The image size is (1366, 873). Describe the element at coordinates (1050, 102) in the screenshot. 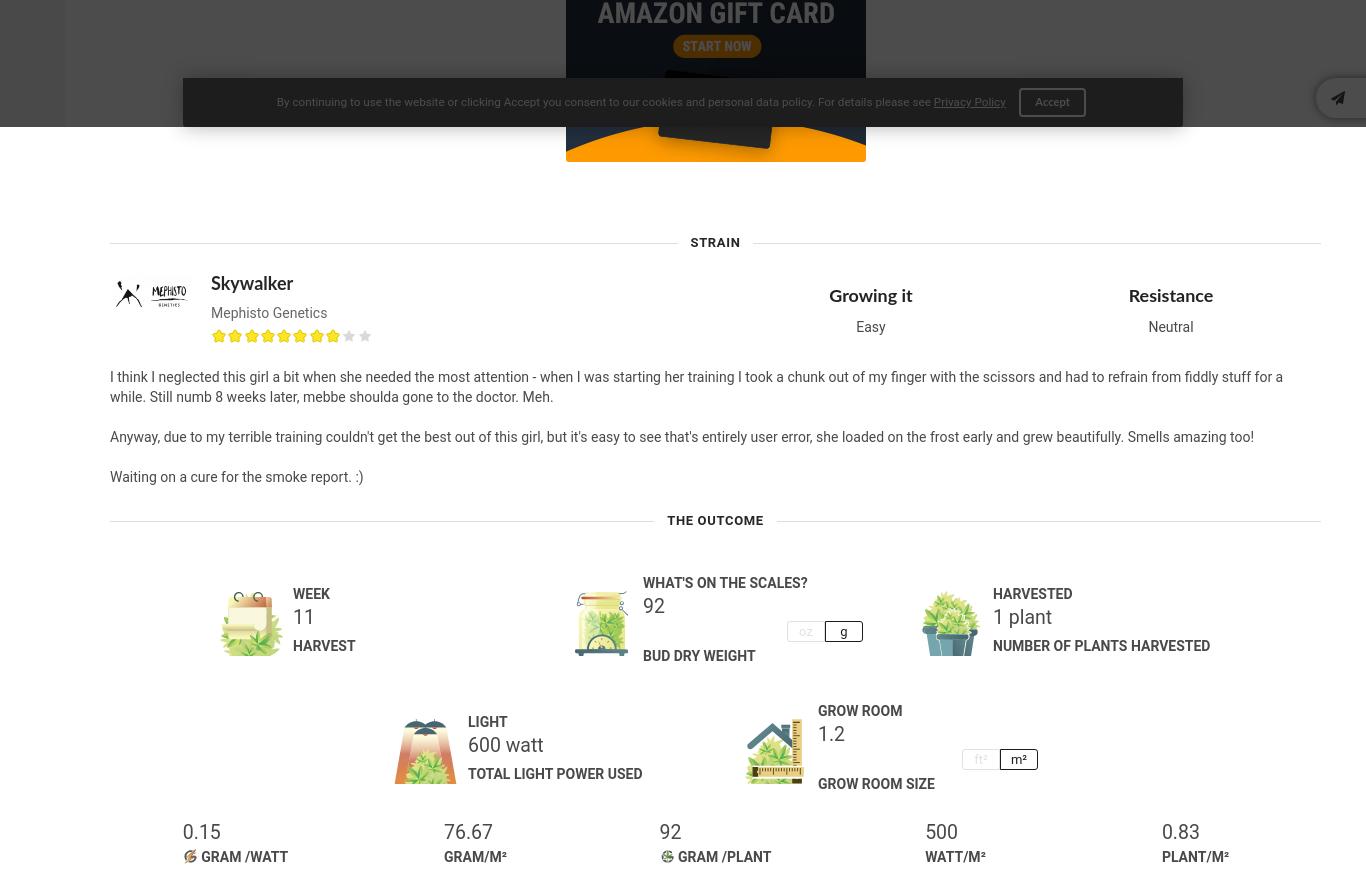

I see `'Accept'` at that location.